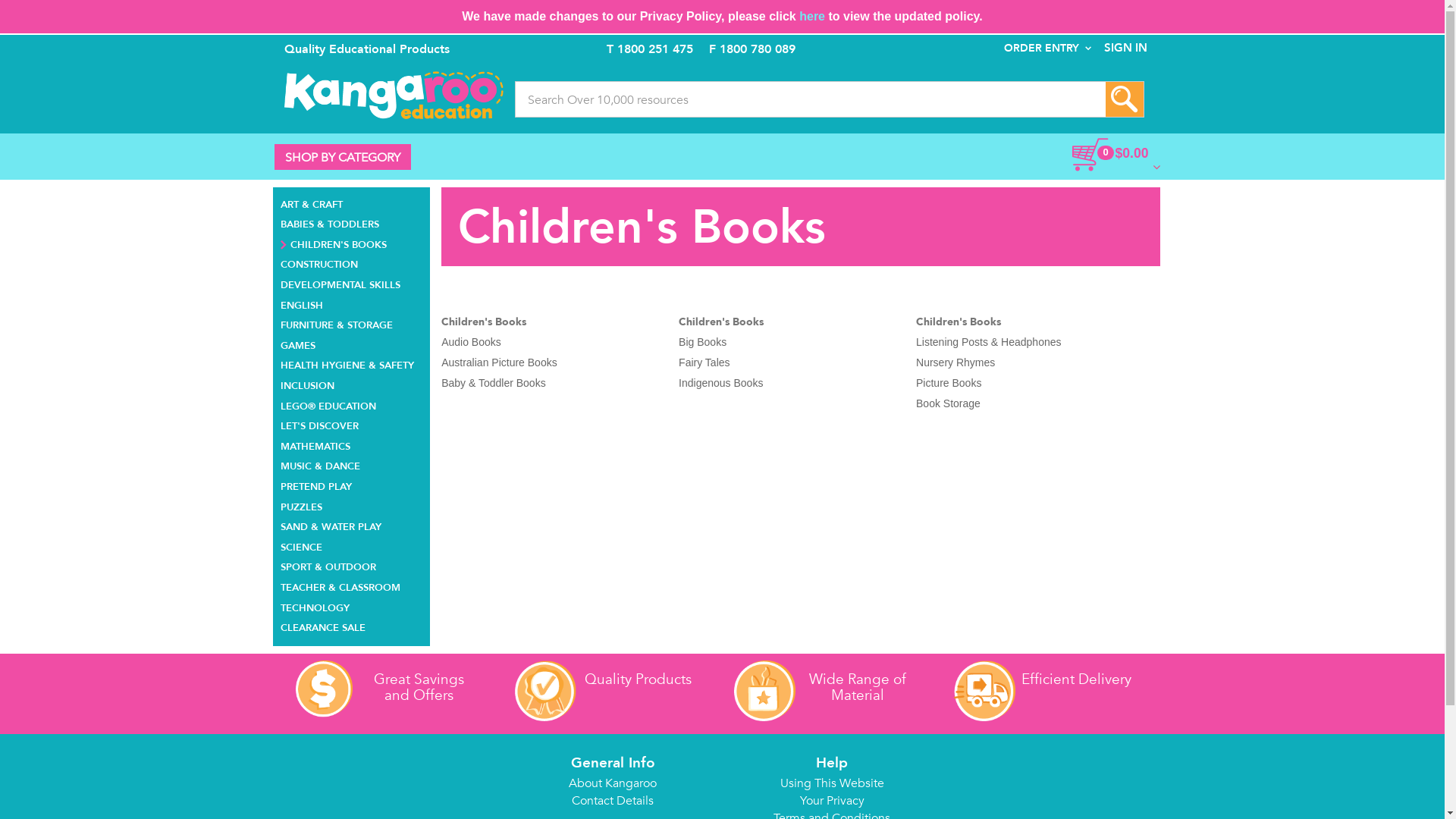 This screenshot has width=1456, height=819. What do you see at coordinates (330, 524) in the screenshot?
I see `'SAND & WATER PLAY'` at bounding box center [330, 524].